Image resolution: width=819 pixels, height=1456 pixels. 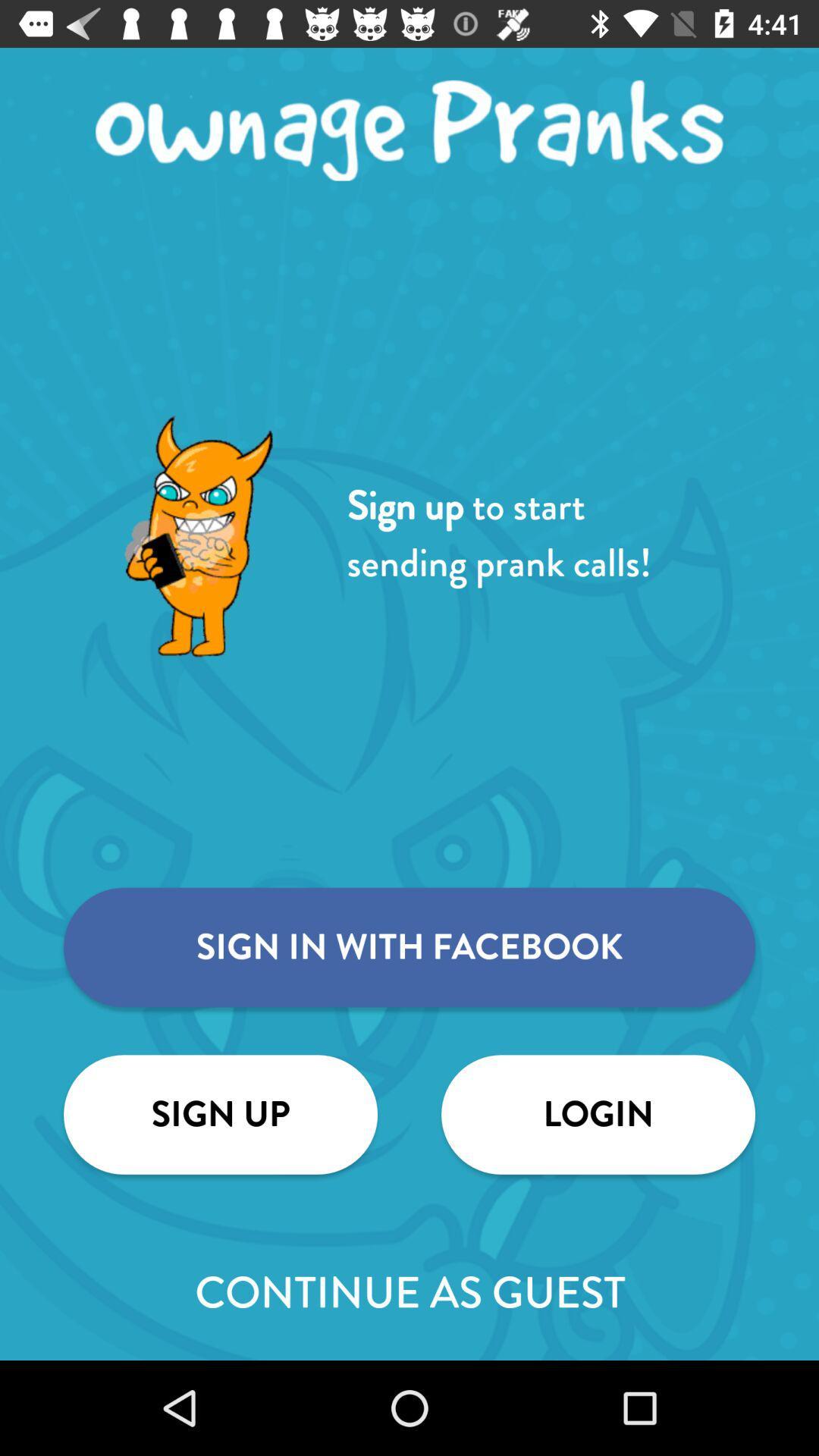 What do you see at coordinates (410, 1292) in the screenshot?
I see `item below the sign up` at bounding box center [410, 1292].